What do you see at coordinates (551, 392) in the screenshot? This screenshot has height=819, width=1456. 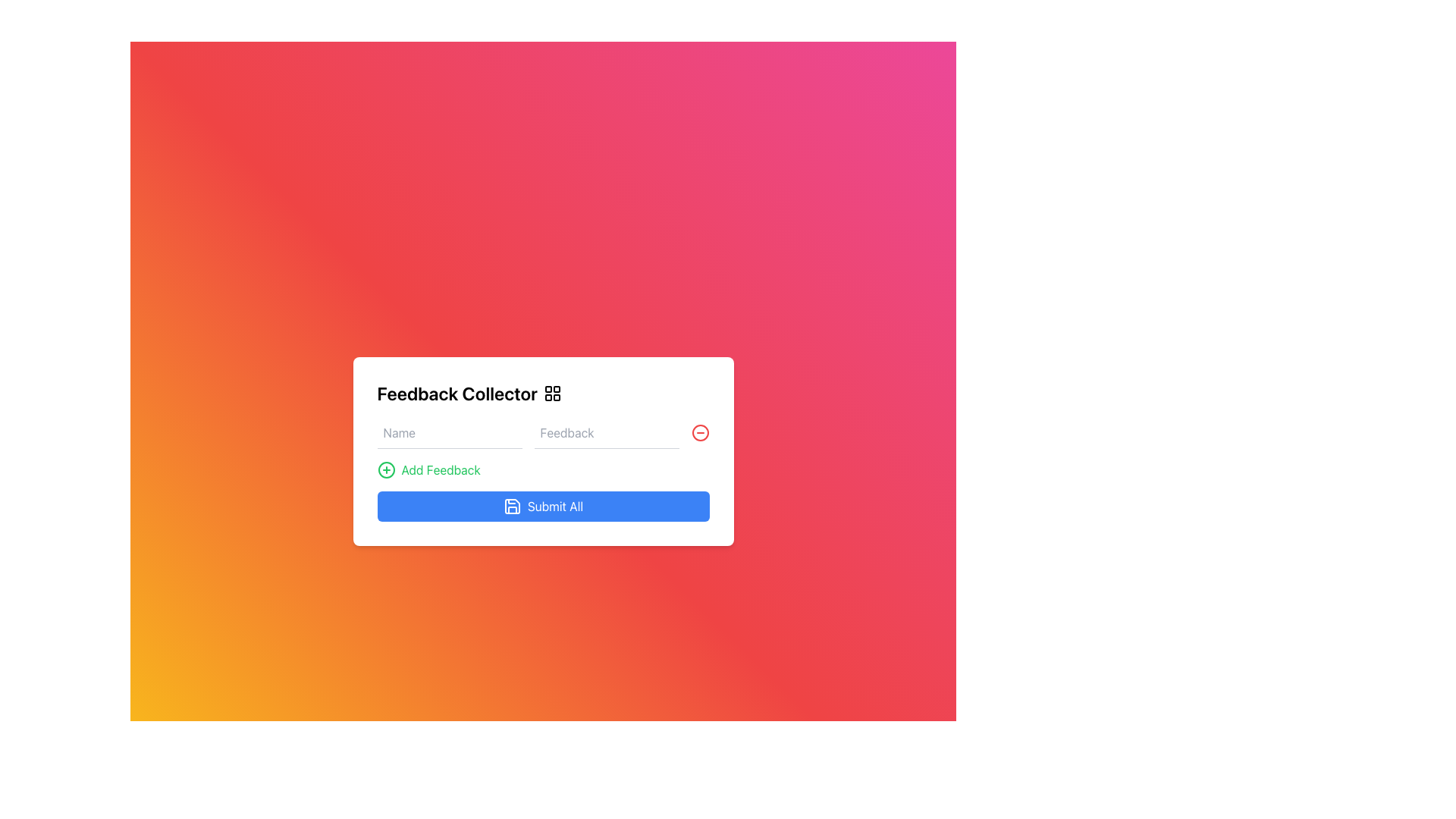 I see `the grid/menu icon located` at bounding box center [551, 392].